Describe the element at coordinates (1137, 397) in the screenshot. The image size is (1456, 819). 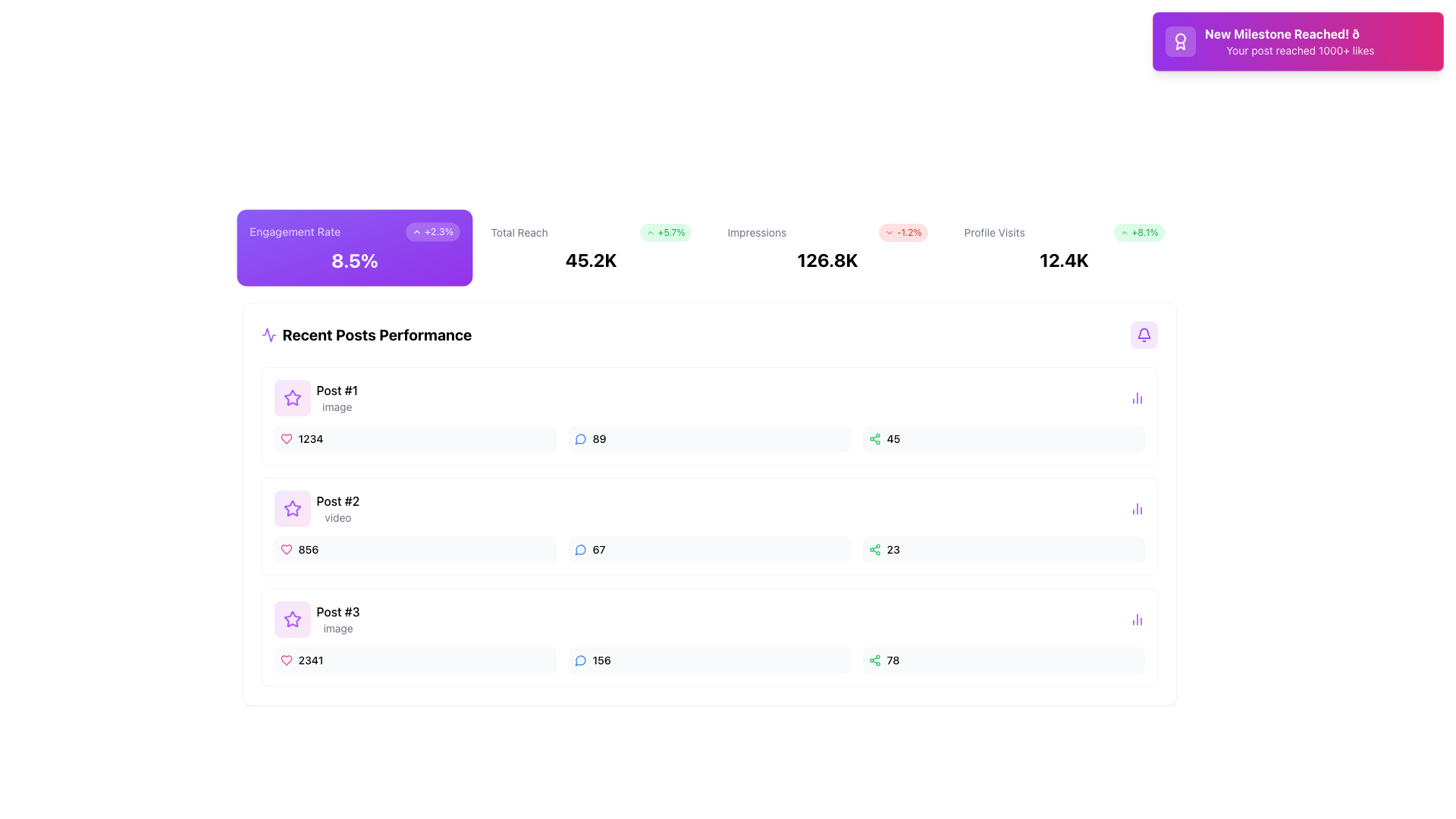
I see `the interactive icon styled as a vertical bar chart with three bars, located at the far right of the row titled 'Post #1', to change its color` at that location.